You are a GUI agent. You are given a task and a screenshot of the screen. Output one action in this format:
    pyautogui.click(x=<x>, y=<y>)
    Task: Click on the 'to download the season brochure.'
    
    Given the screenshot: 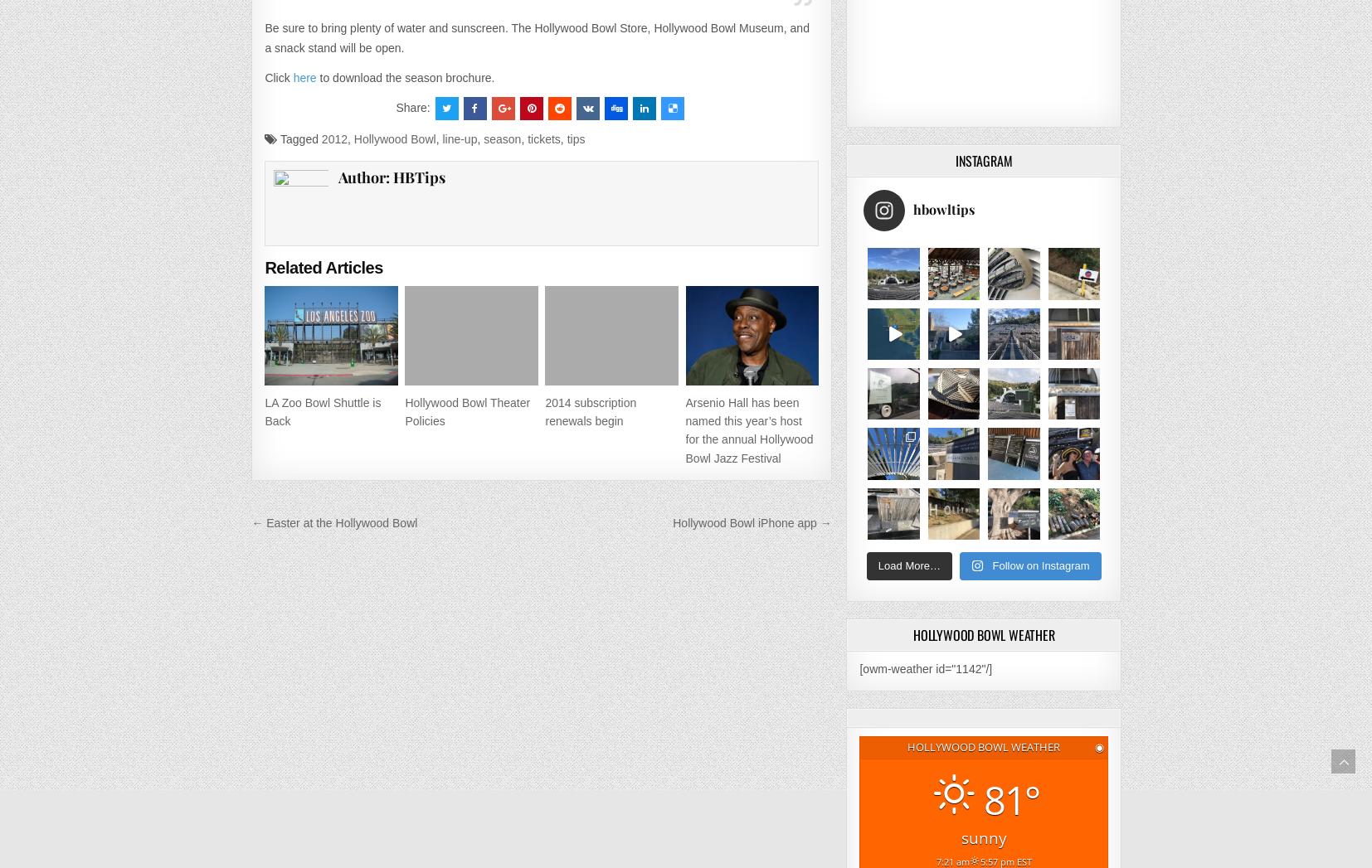 What is the action you would take?
    pyautogui.click(x=405, y=76)
    